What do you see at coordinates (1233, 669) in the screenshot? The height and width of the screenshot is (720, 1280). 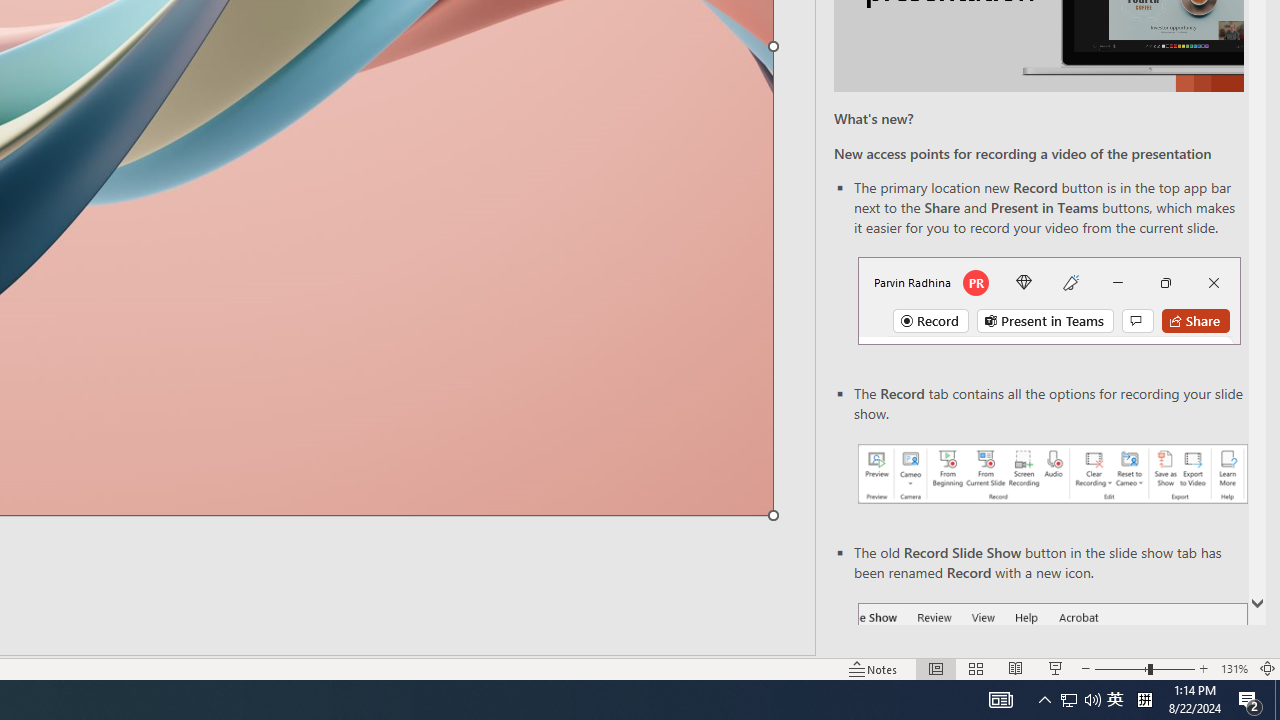 I see `'Zoom 131%'` at bounding box center [1233, 669].